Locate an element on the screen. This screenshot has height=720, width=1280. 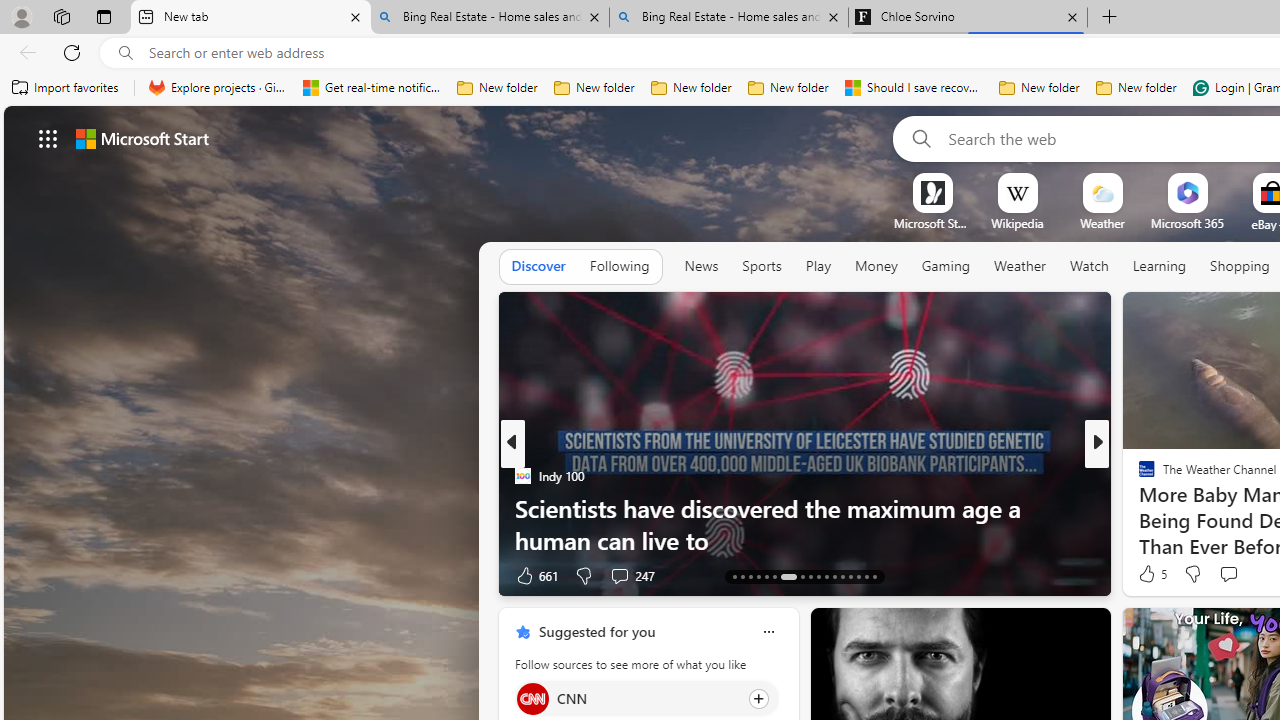
'AutomationID: tab-40' is located at coordinates (858, 577).